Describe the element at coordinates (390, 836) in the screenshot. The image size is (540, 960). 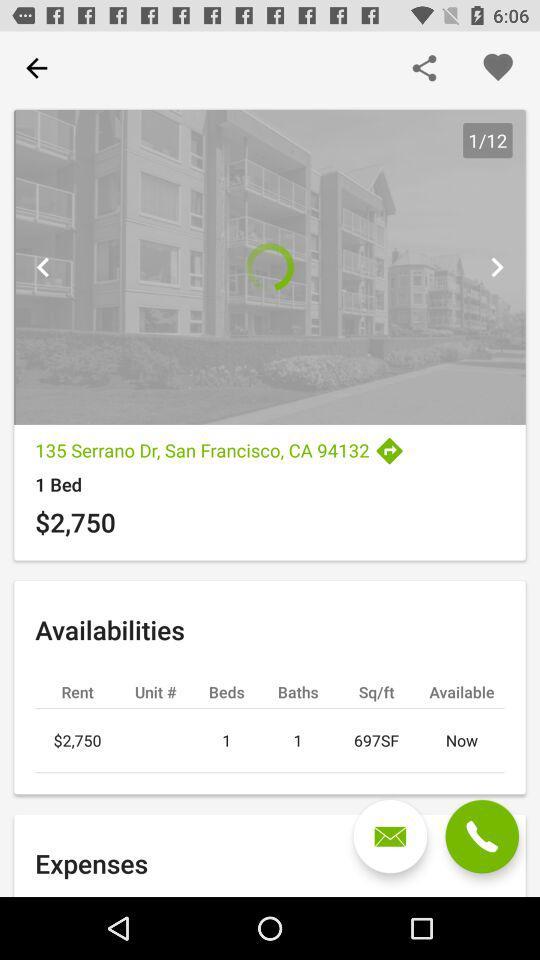
I see `the email icon` at that location.